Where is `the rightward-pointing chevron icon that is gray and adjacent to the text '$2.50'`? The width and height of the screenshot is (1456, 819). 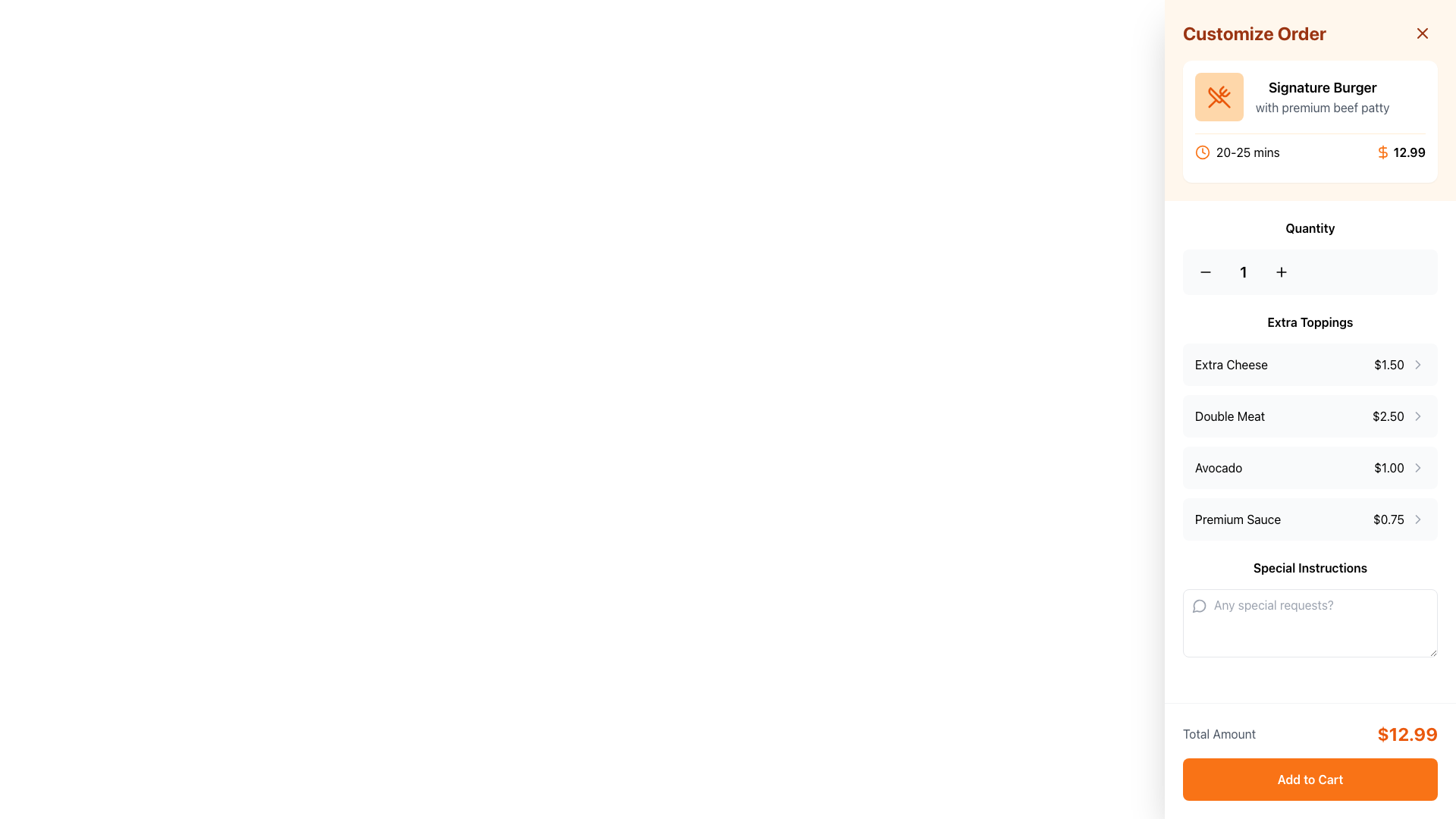
the rightward-pointing chevron icon that is gray and adjacent to the text '$2.50' is located at coordinates (1417, 416).